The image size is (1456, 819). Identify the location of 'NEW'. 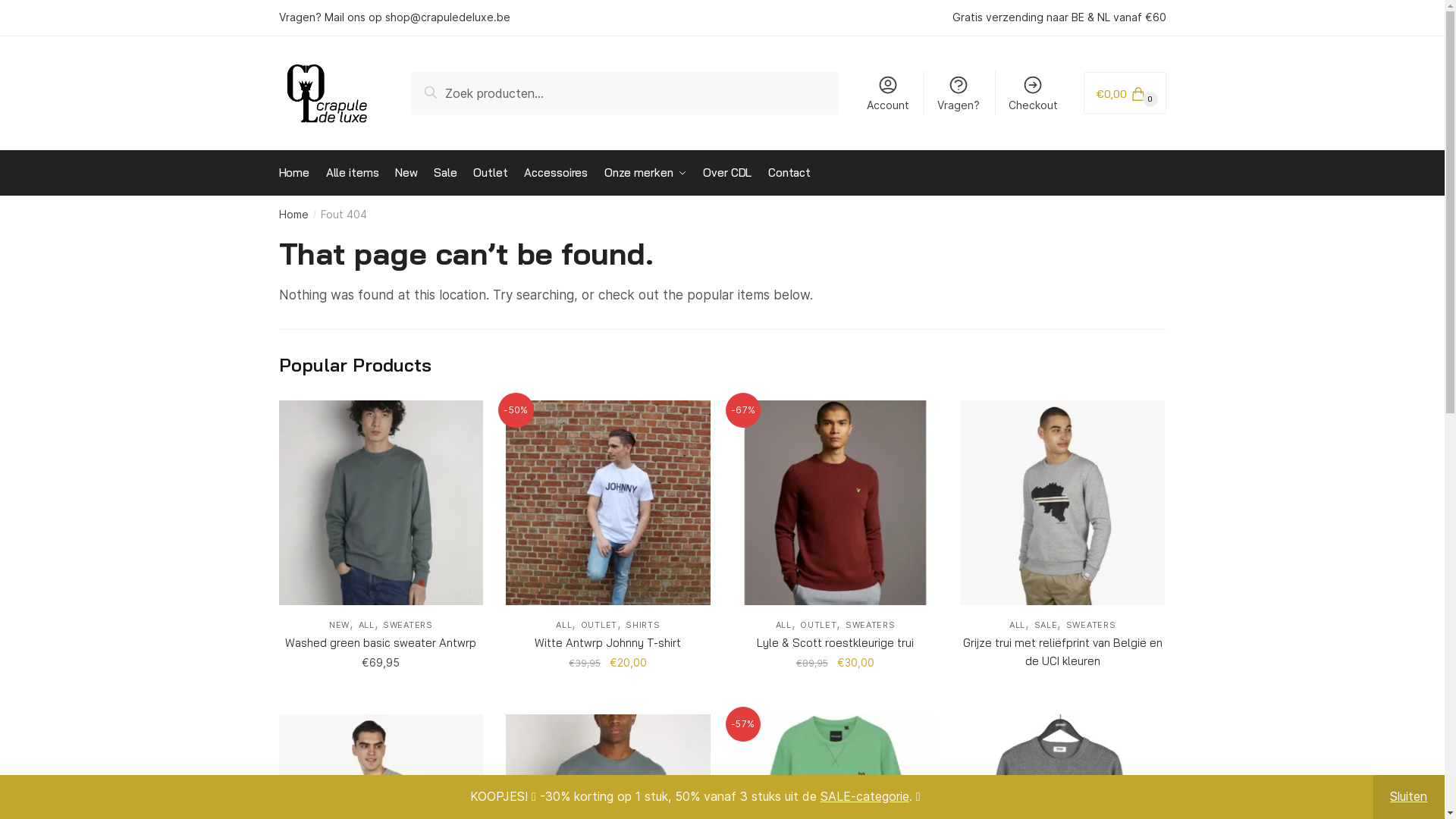
(338, 625).